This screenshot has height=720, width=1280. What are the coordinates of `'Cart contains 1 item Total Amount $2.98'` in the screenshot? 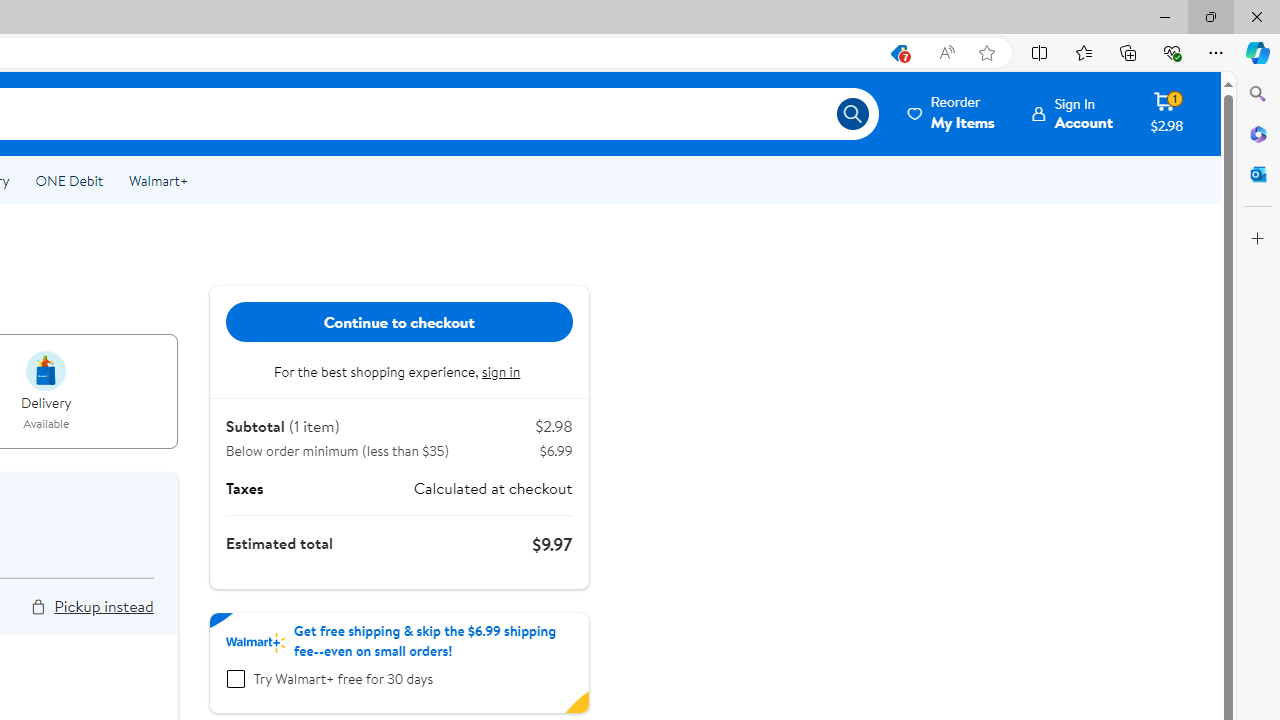 It's located at (1166, 113).